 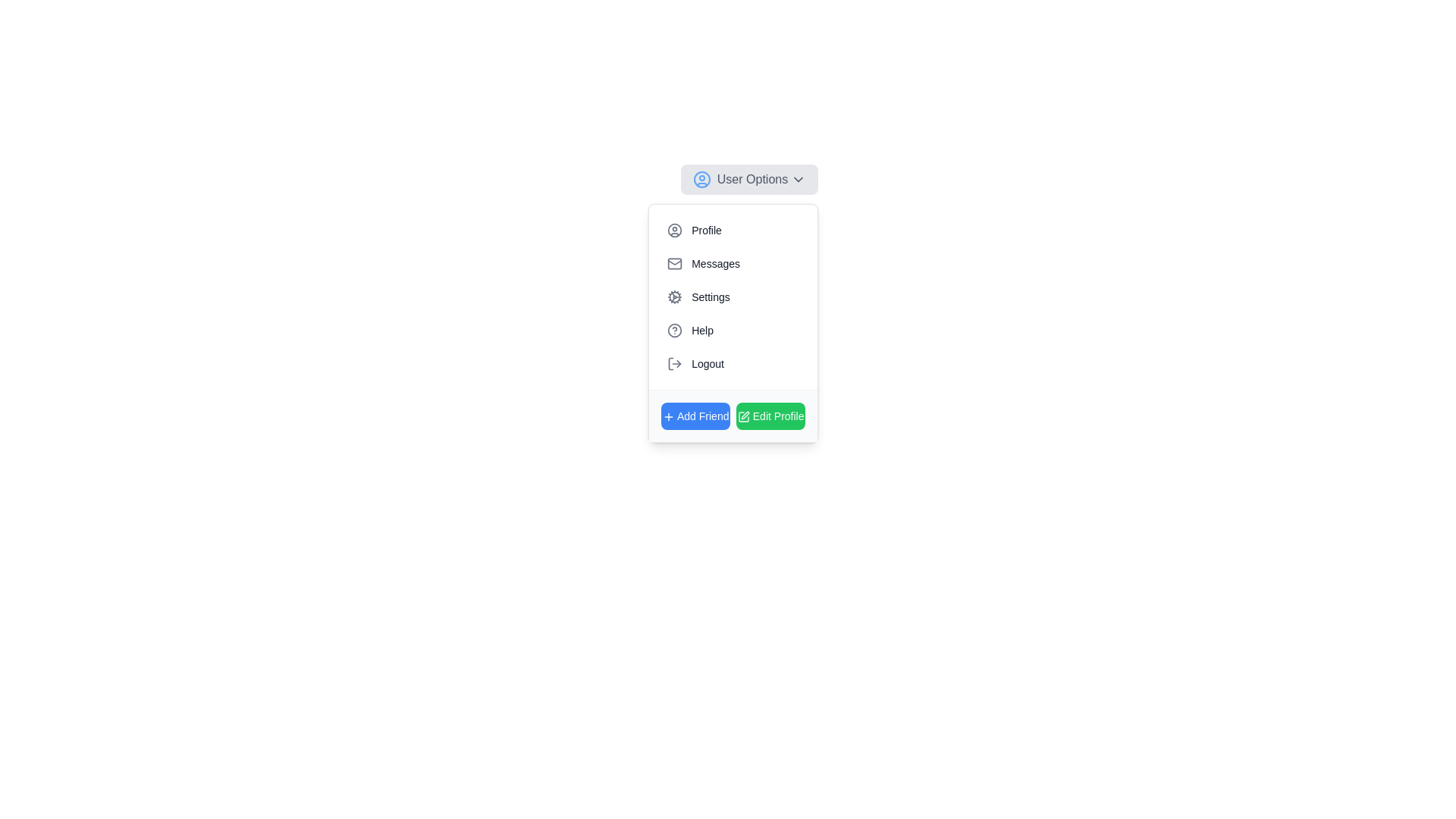 I want to click on the 'Help' icon located in the fourth row of the vertical menu, so click(x=674, y=329).